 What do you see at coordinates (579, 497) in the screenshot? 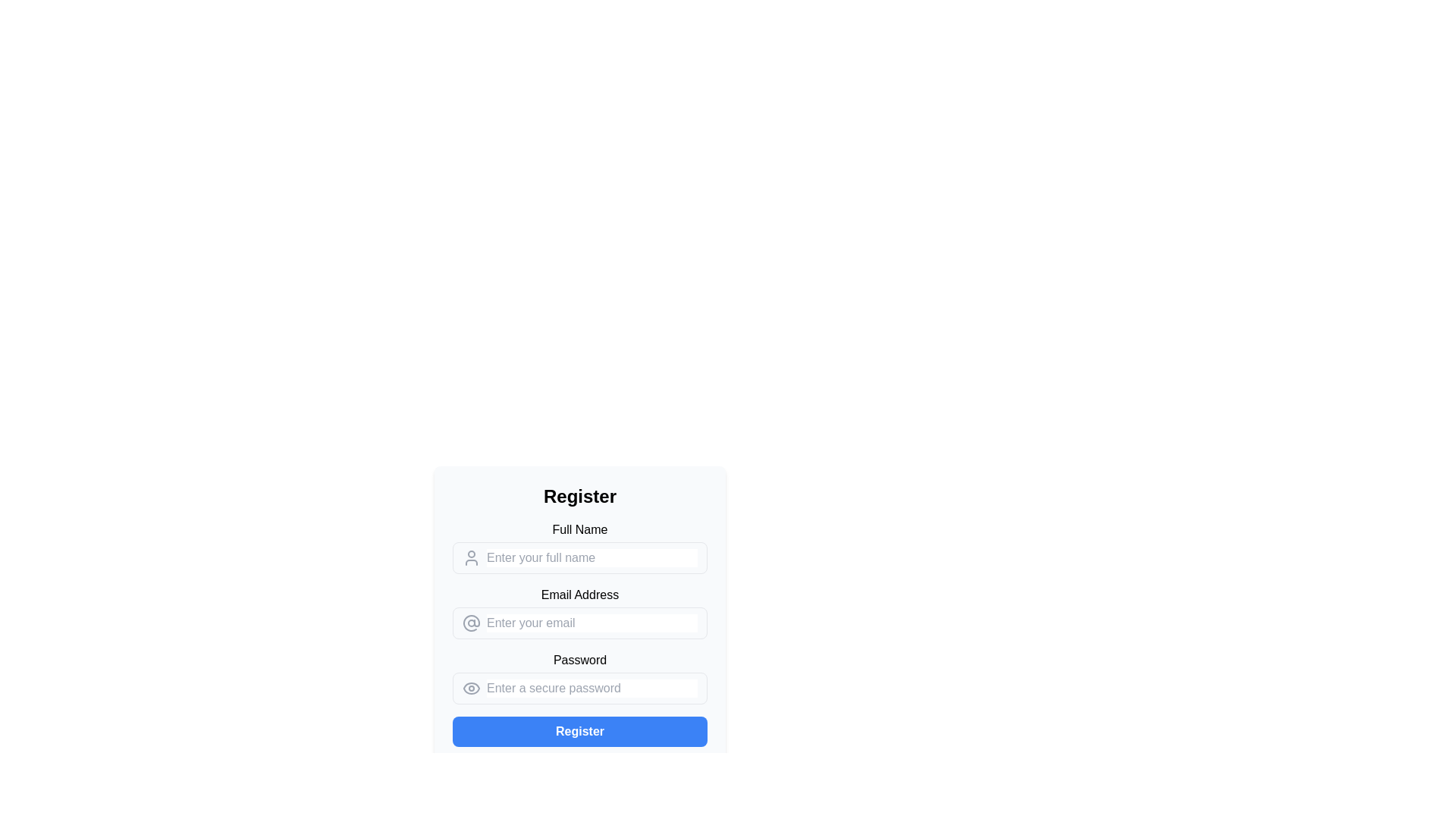
I see `the bold, large-sized 'Register' text label which is centered at the top of the registration form, above the input fields and the Register button` at bounding box center [579, 497].